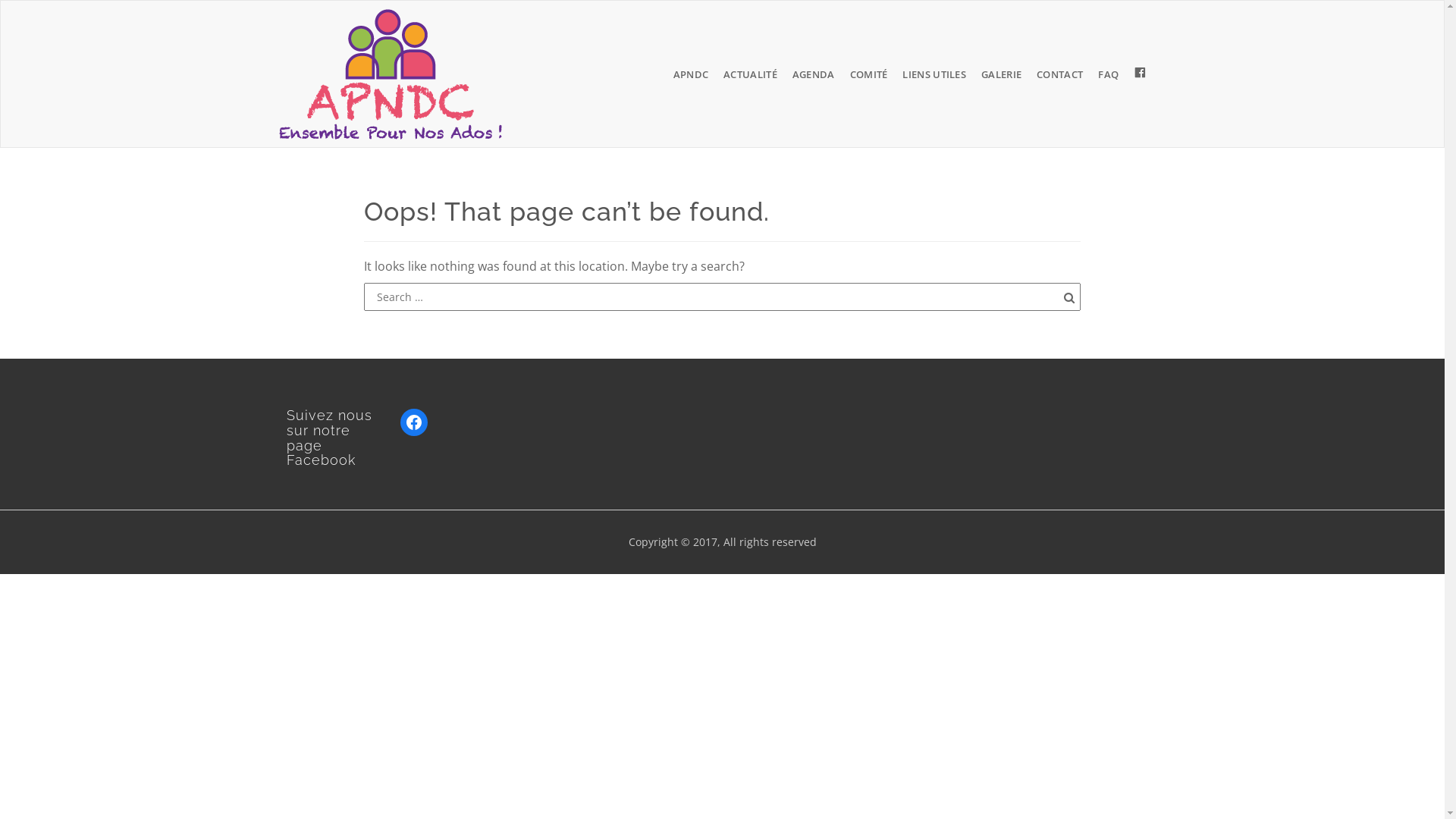 Image resolution: width=1456 pixels, height=819 pixels. Describe the element at coordinates (1133, 74) in the screenshot. I see `'PAGE FACEBOOK APNDC'` at that location.